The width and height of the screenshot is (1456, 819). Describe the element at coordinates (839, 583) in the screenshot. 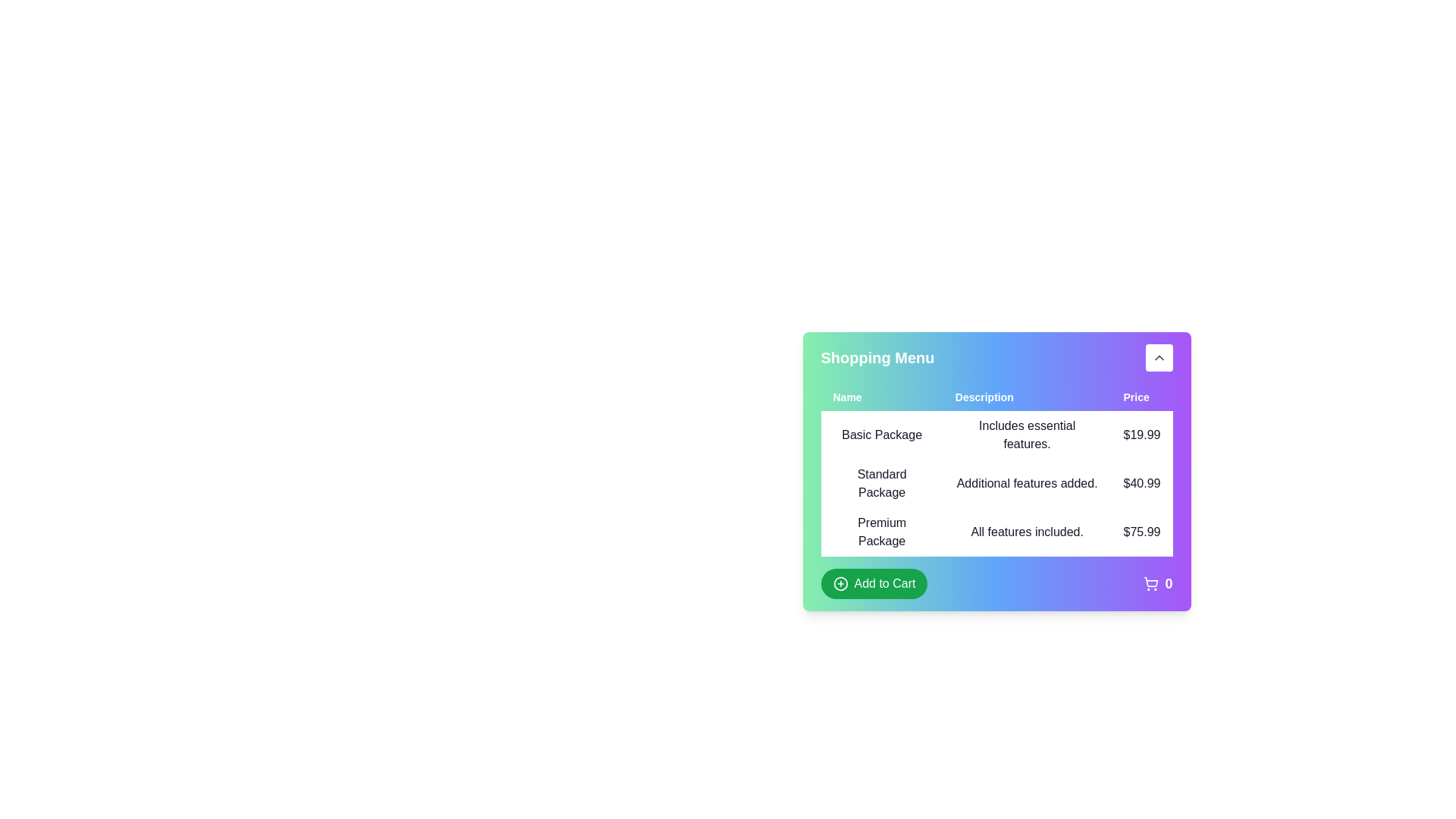

I see `the circular graphical component within the 'Add to Cart' button located at the bottom left of the shopping menu interface` at that location.